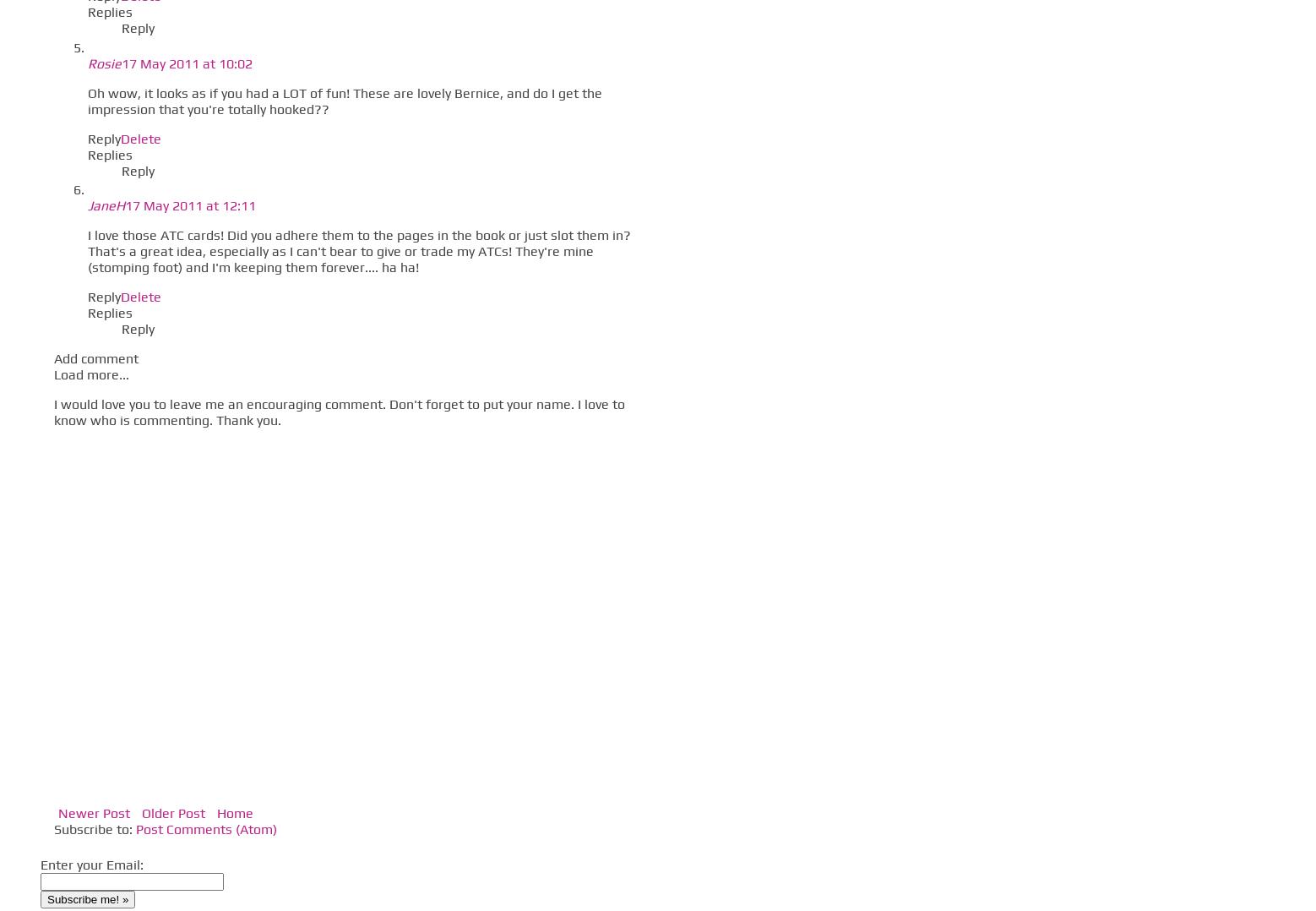 This screenshot has height=911, width=1316. What do you see at coordinates (95, 357) in the screenshot?
I see `'Add comment'` at bounding box center [95, 357].